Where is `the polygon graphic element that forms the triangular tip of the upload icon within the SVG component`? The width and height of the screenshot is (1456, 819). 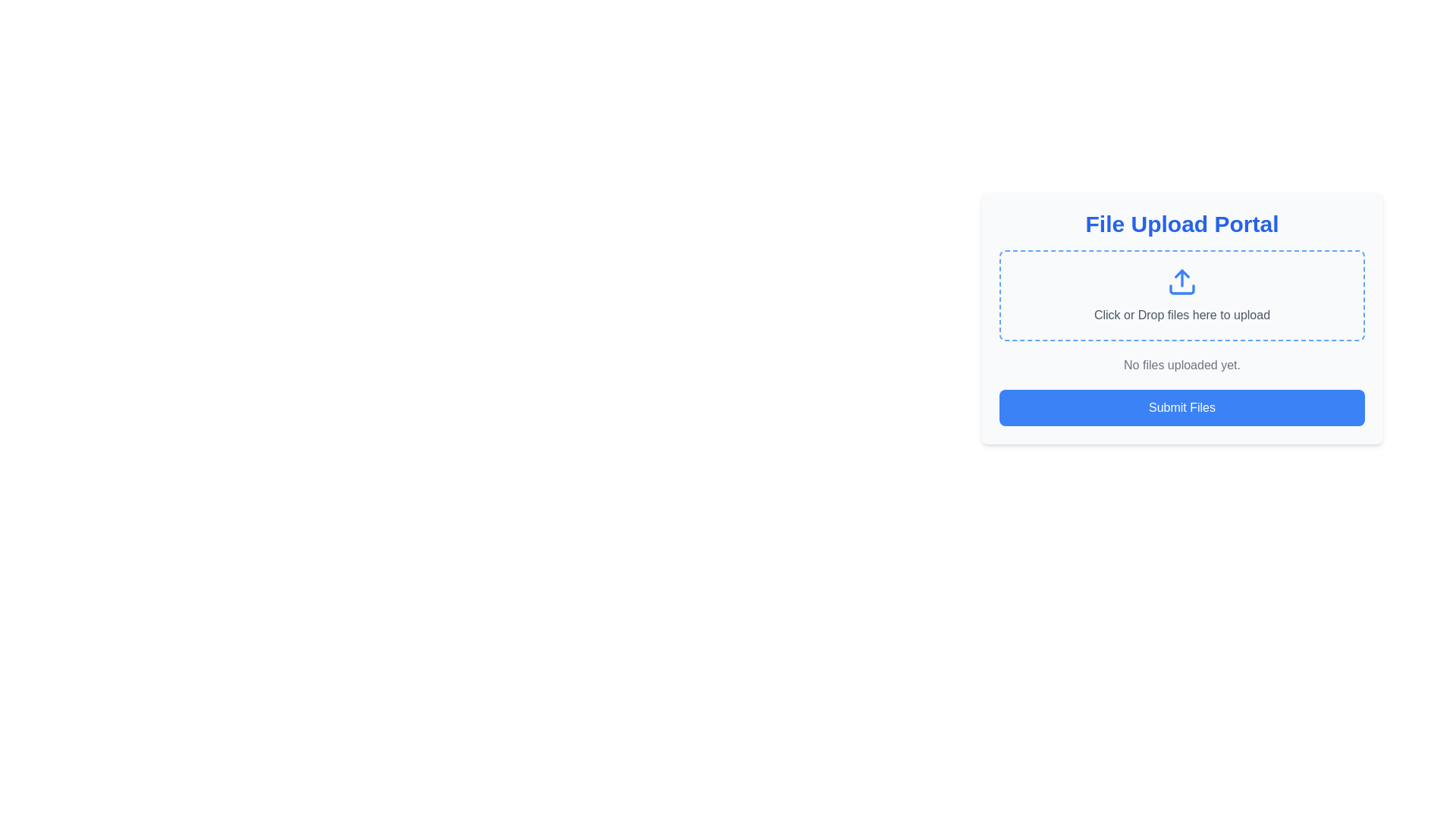 the polygon graphic element that forms the triangular tip of the upload icon within the SVG component is located at coordinates (1181, 274).